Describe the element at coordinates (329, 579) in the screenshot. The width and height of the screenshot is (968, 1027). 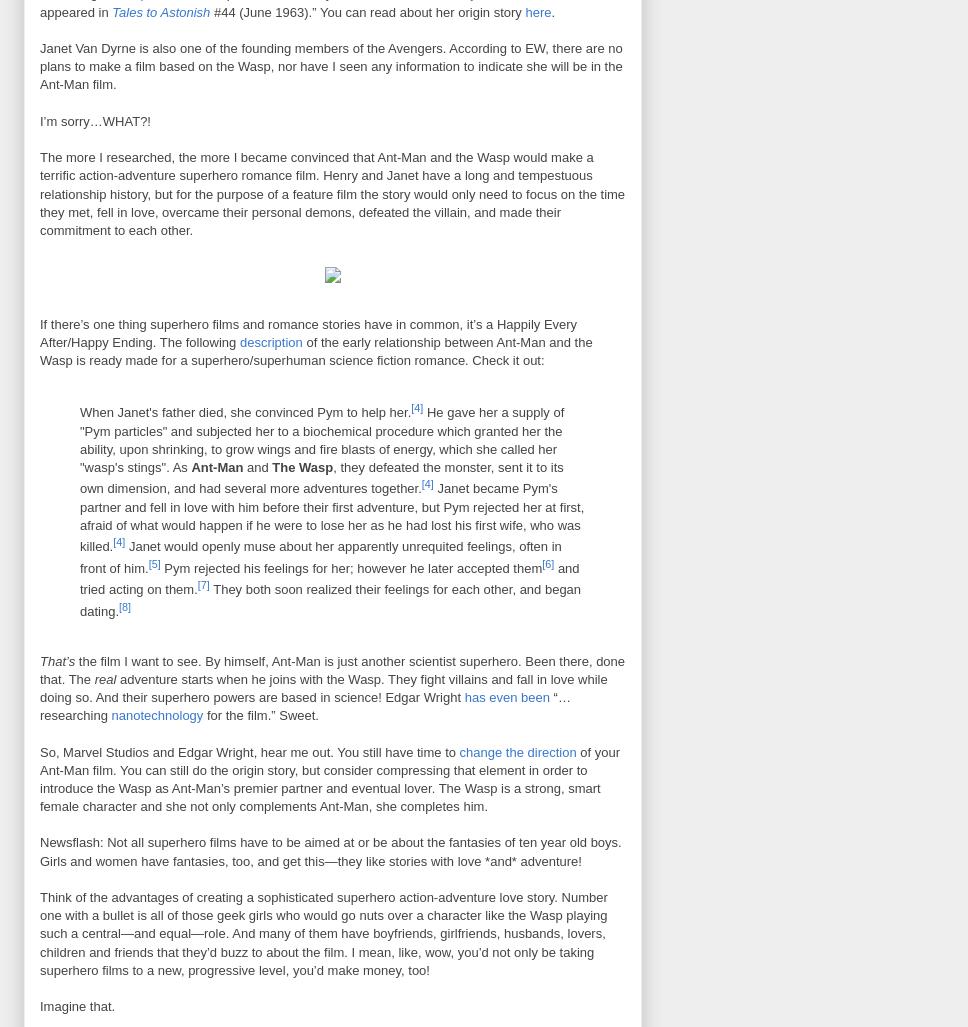
I see `'and tried acting on them.'` at that location.